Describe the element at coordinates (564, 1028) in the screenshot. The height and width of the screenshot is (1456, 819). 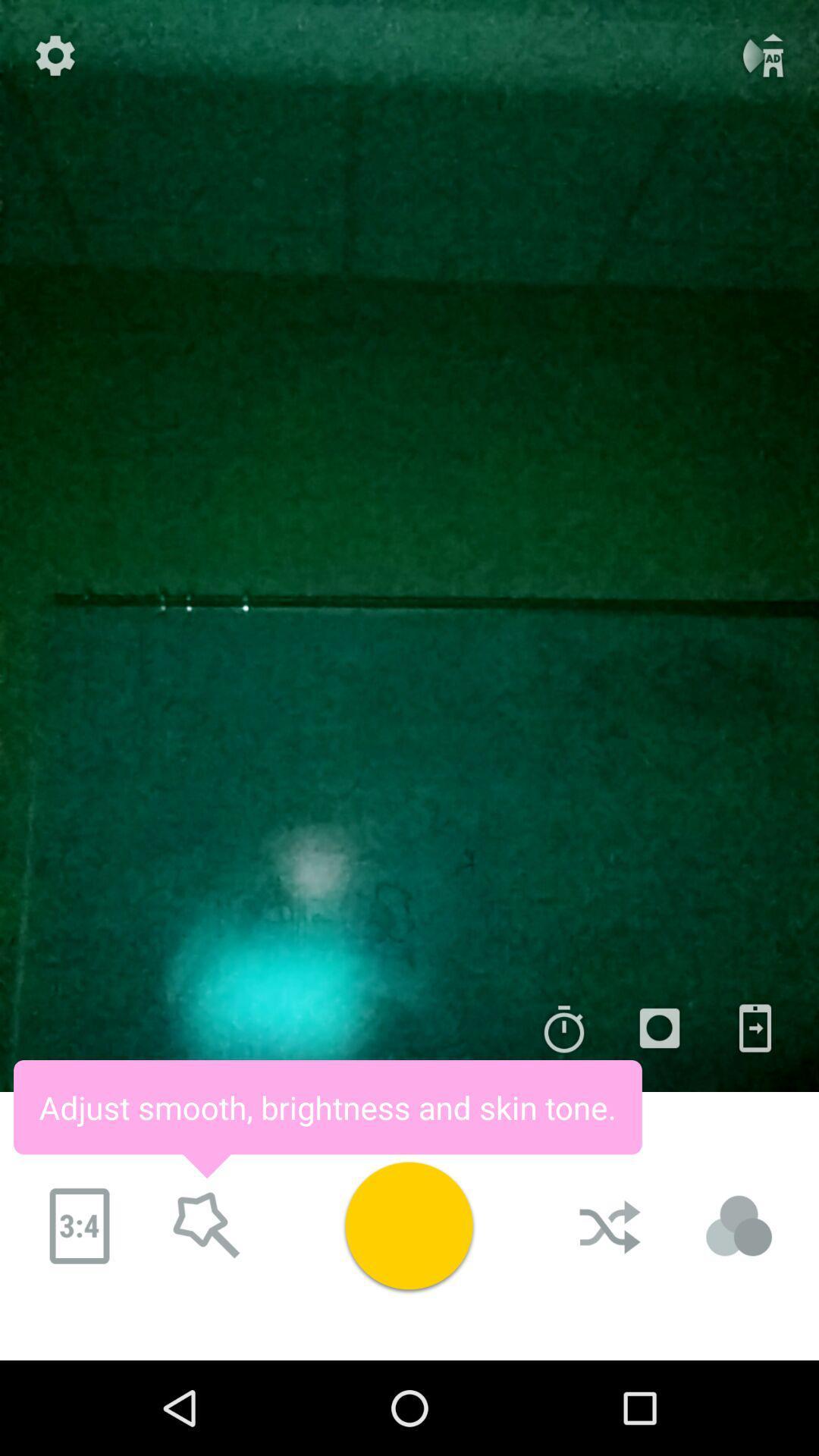
I see `the time icon` at that location.